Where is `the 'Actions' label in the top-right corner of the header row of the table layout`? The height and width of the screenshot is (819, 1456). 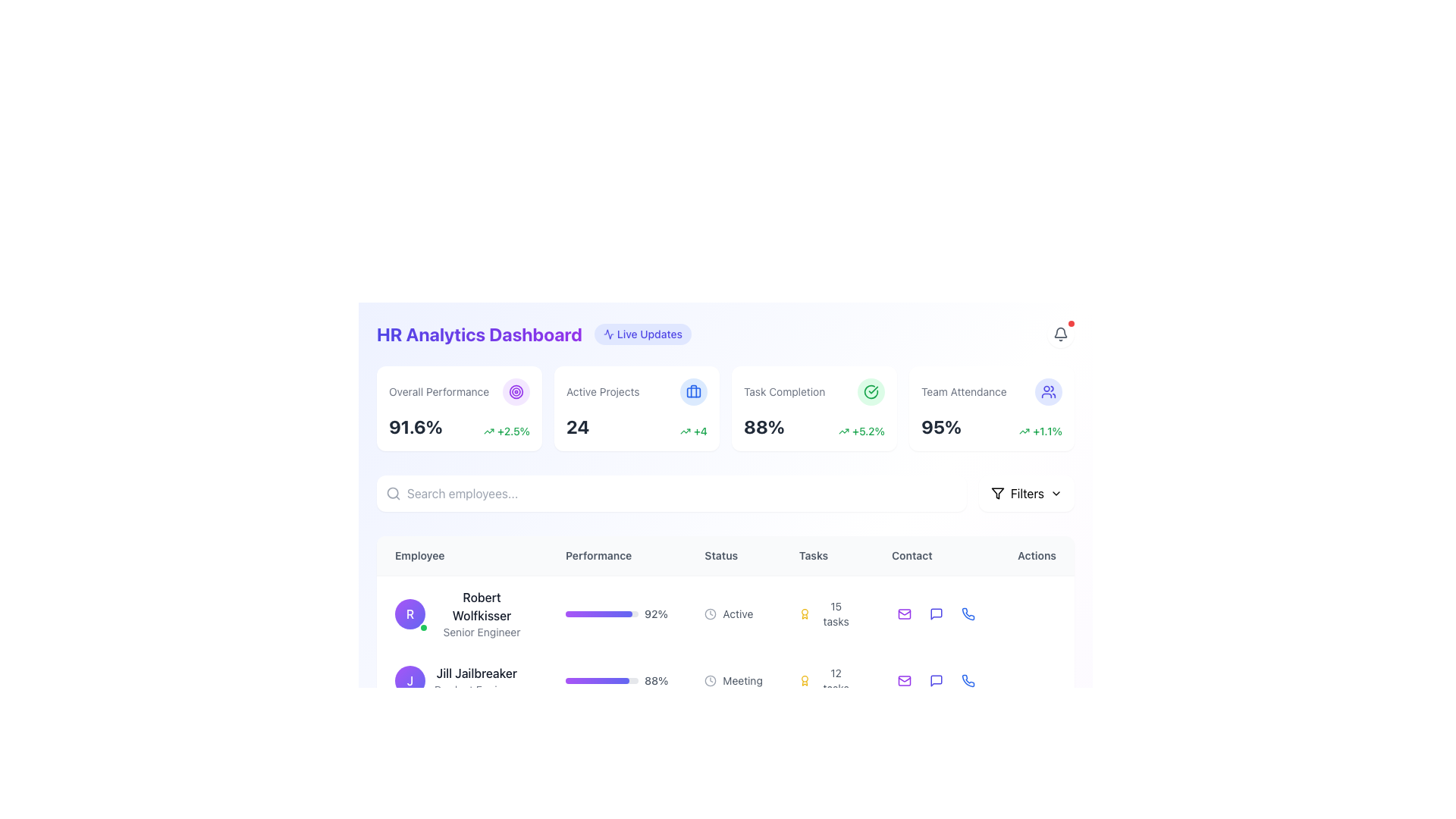 the 'Actions' label in the top-right corner of the header row of the table layout is located at coordinates (1036, 556).